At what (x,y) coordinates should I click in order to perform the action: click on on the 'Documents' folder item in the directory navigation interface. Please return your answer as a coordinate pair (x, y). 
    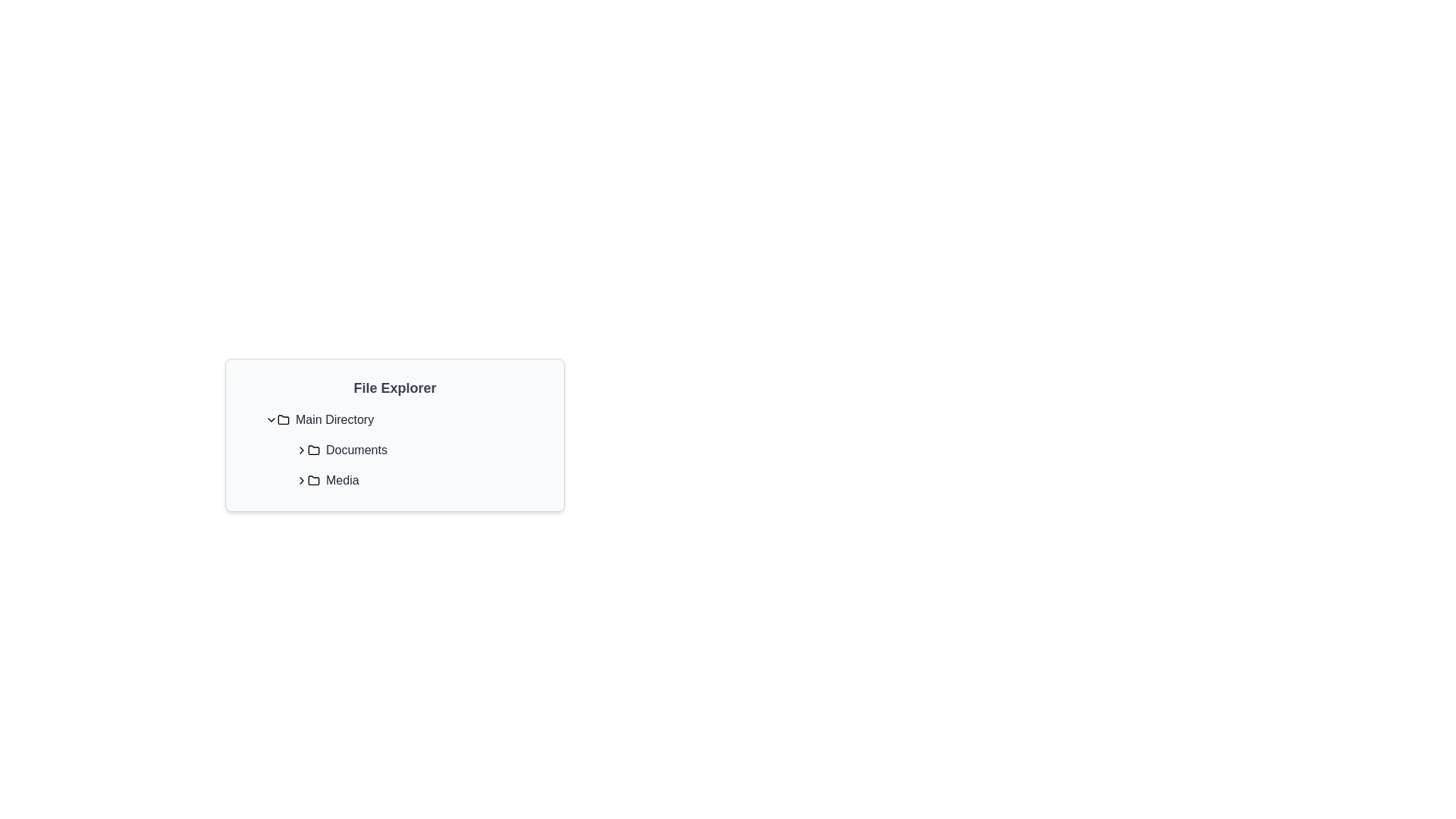
    Looking at the image, I should click on (416, 450).